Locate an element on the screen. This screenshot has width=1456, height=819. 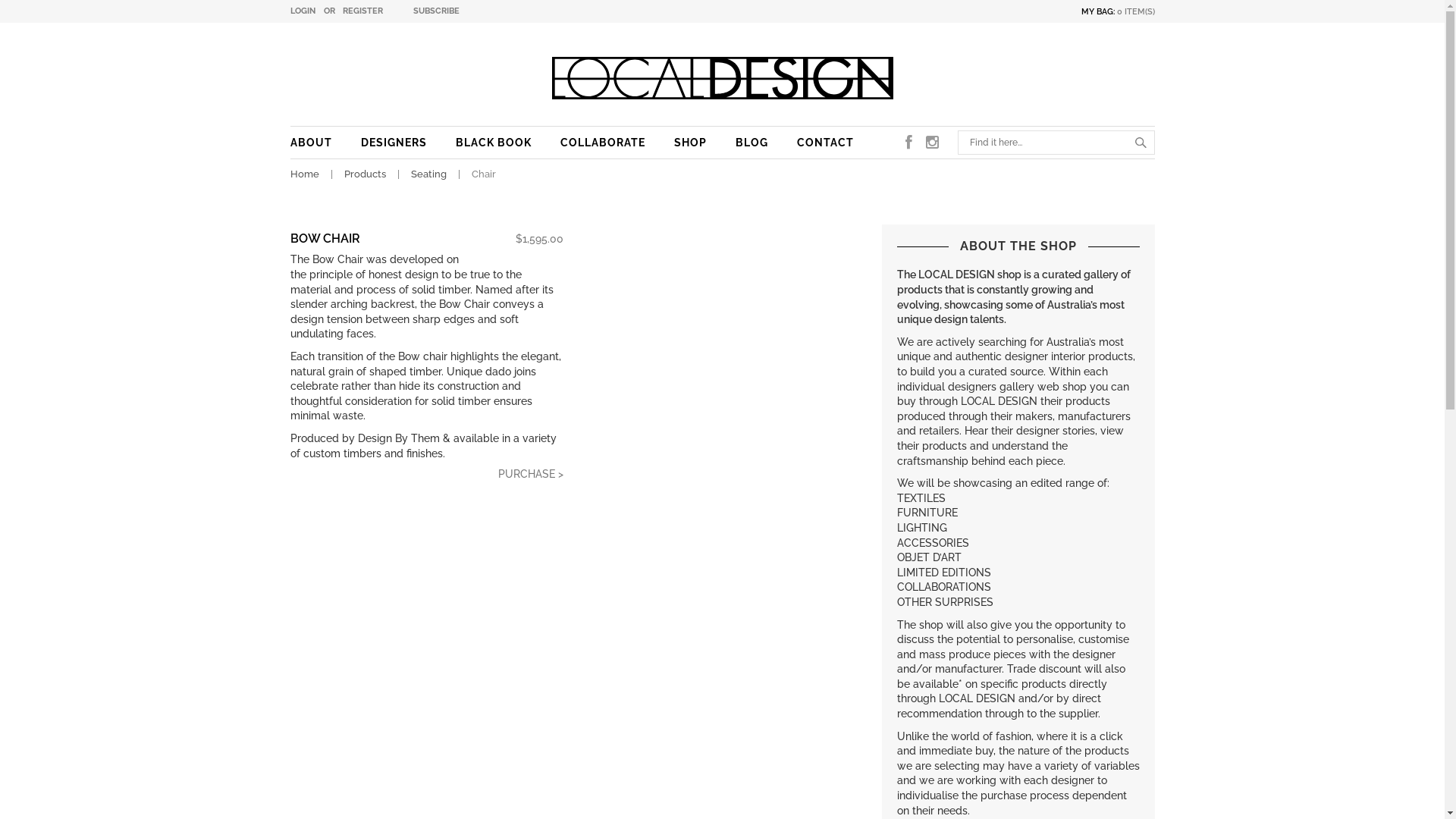
'Seating' is located at coordinates (428, 173).